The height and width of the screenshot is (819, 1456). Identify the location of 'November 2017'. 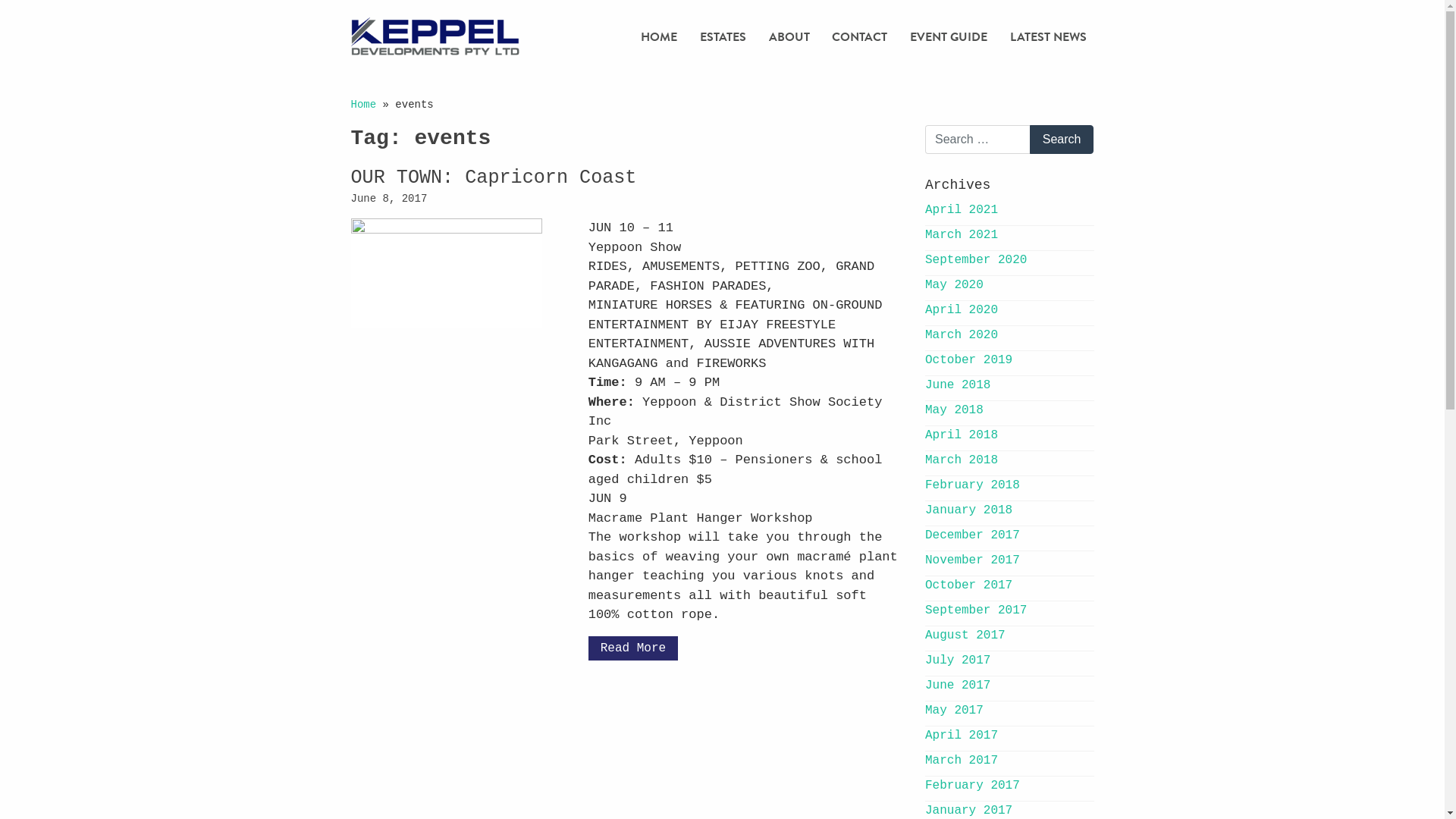
(972, 560).